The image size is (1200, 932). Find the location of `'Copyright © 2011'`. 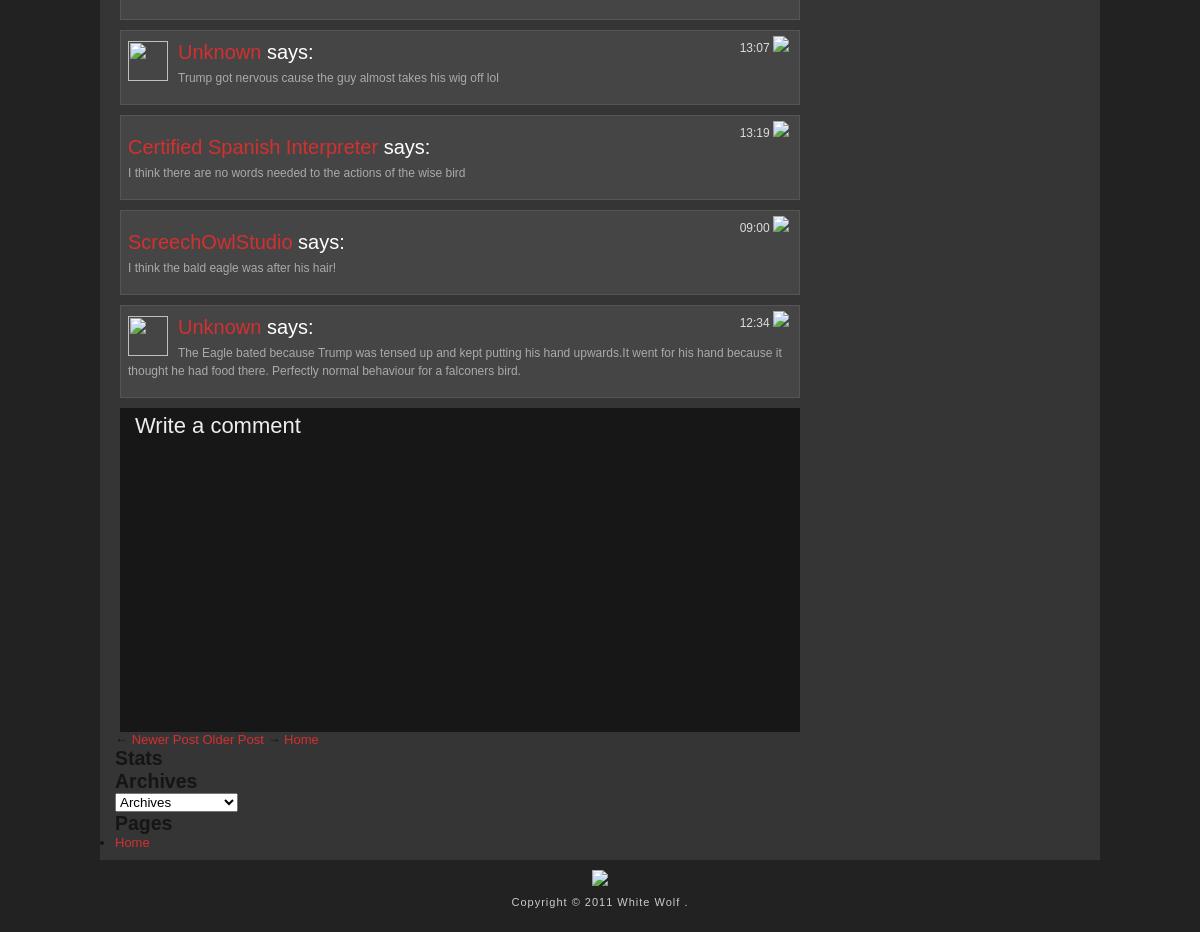

'Copyright © 2011' is located at coordinates (563, 900).